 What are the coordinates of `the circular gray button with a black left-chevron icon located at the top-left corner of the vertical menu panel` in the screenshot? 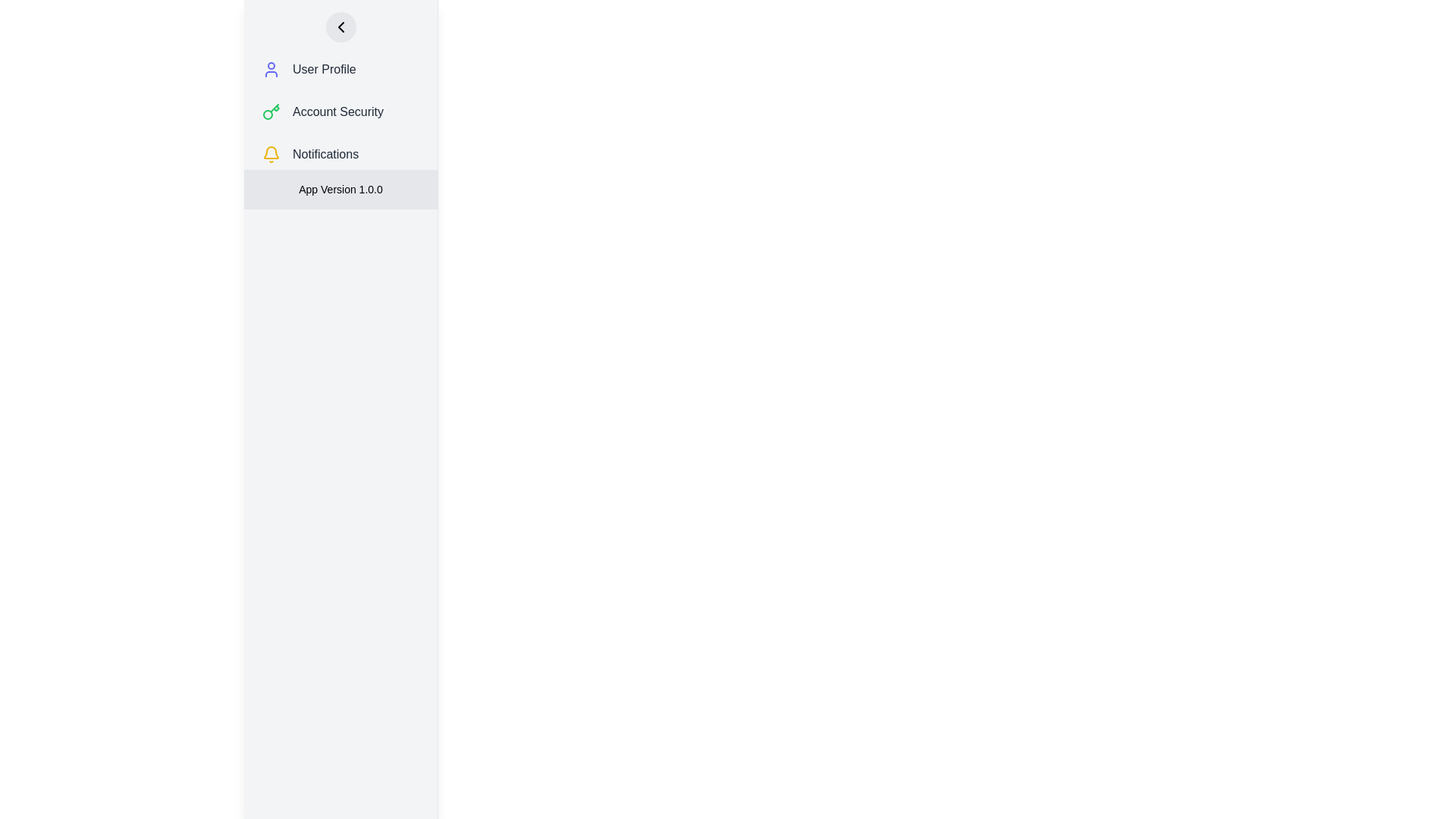 It's located at (340, 27).